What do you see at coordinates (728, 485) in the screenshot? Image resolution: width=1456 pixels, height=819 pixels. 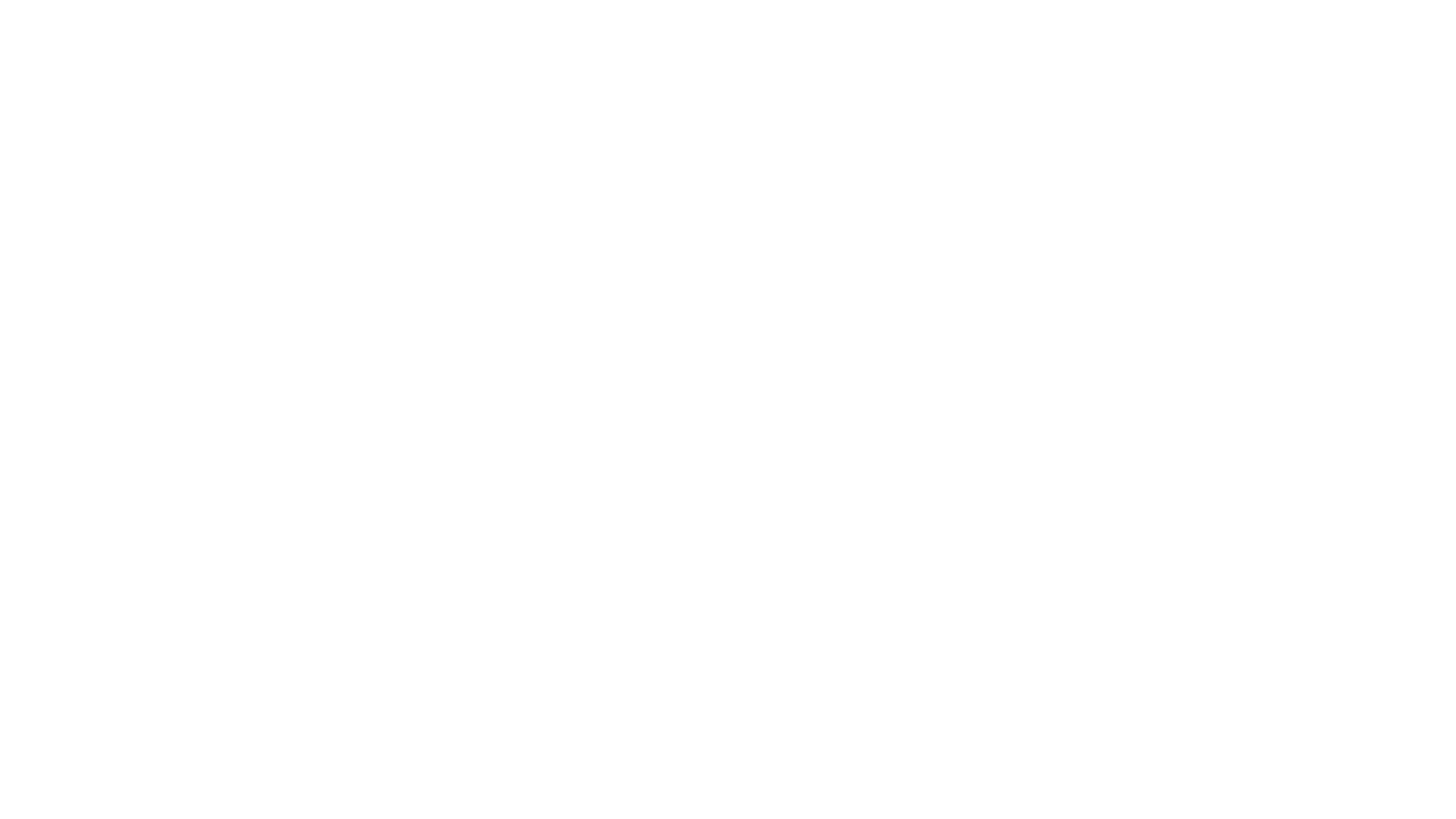 I see `Go` at bounding box center [728, 485].